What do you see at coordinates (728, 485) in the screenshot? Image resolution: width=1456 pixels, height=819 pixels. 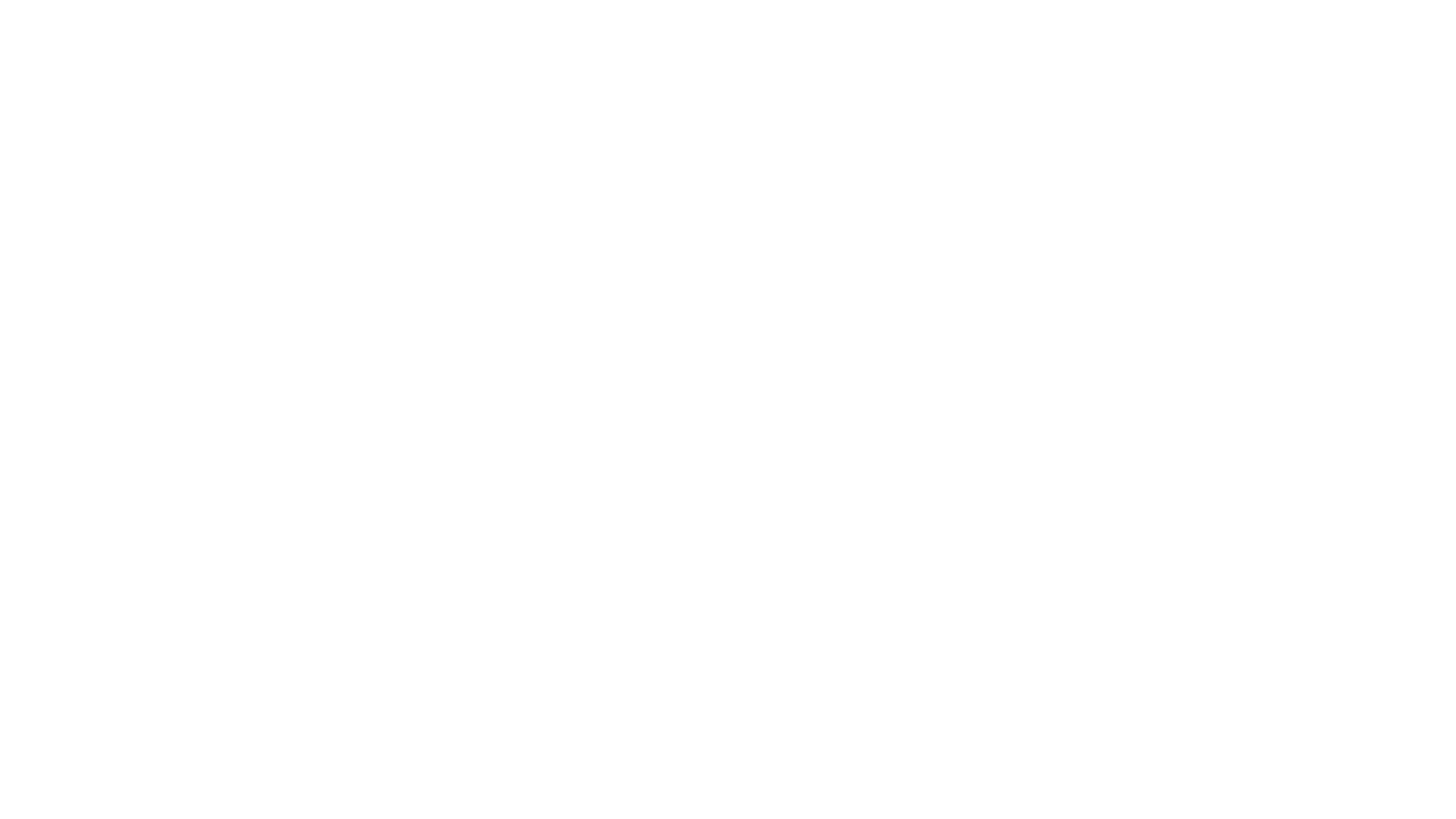 I see `Go` at bounding box center [728, 485].